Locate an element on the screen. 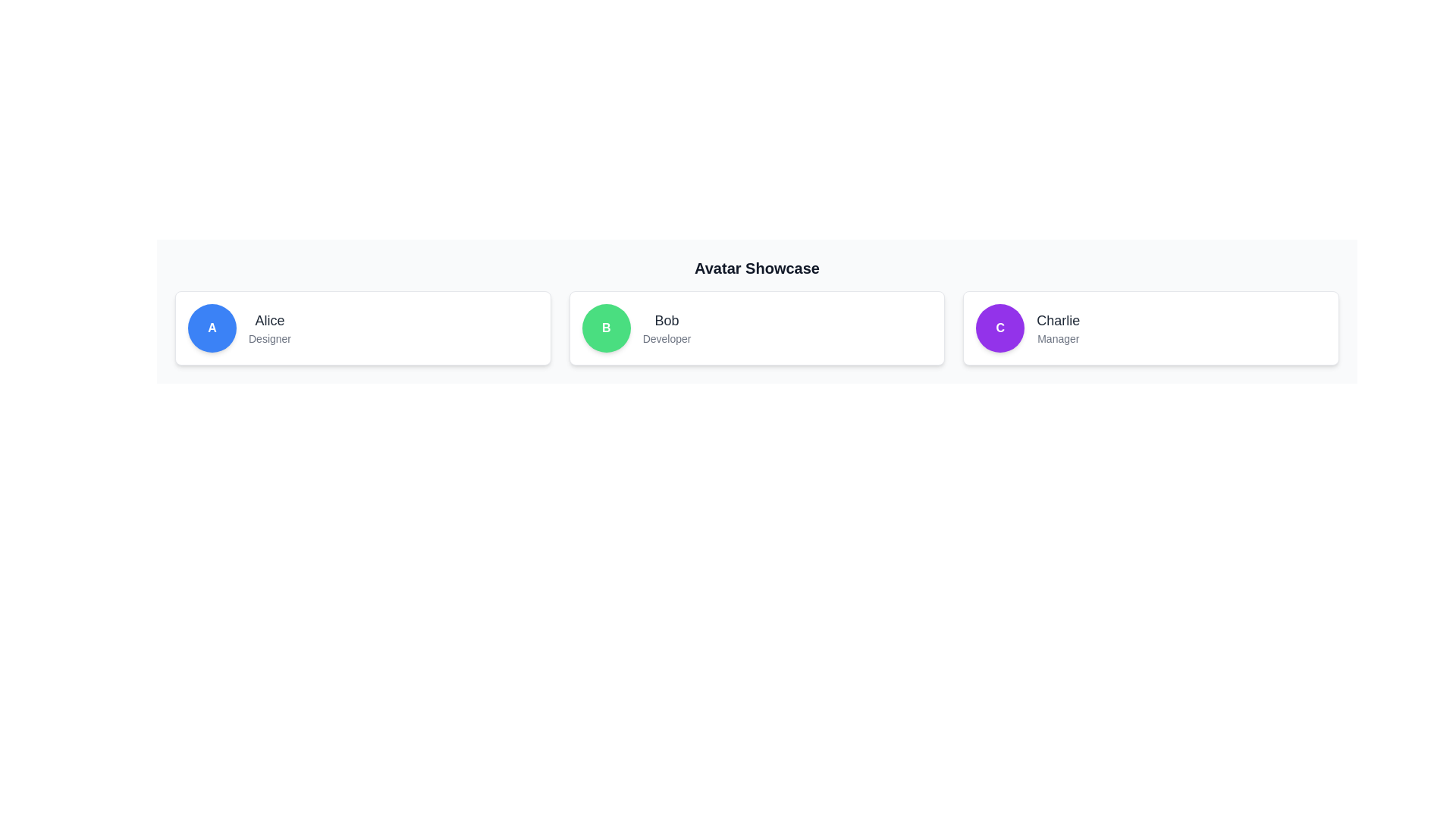 The height and width of the screenshot is (819, 1456). the text display element that shows 'Bob' in a larger medium gray font and 'Developer' in a smaller lighter gray font, located within a white background card with a green circular avatar marked with 'B' is located at coordinates (667, 327).